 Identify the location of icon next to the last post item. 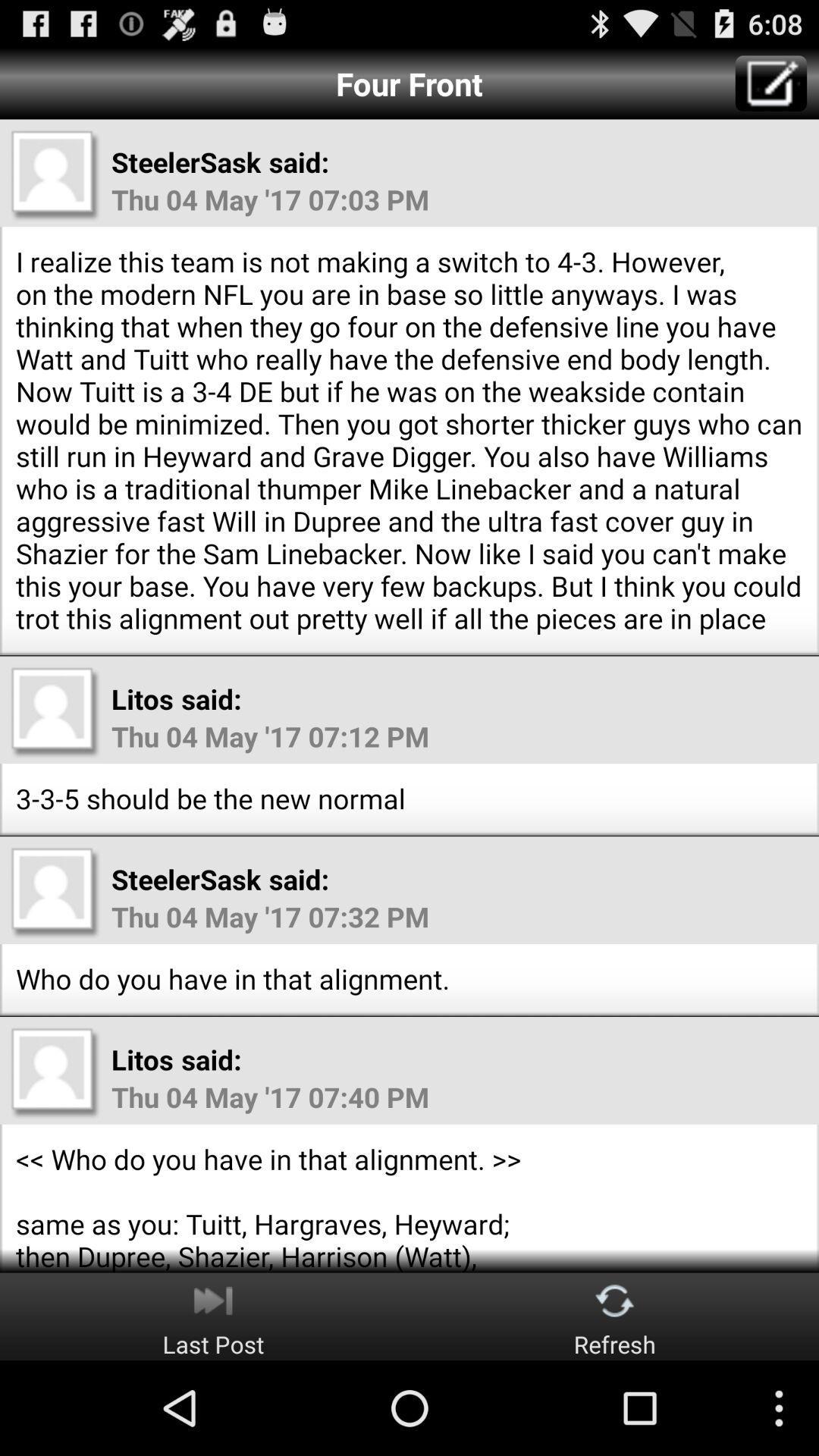
(615, 1316).